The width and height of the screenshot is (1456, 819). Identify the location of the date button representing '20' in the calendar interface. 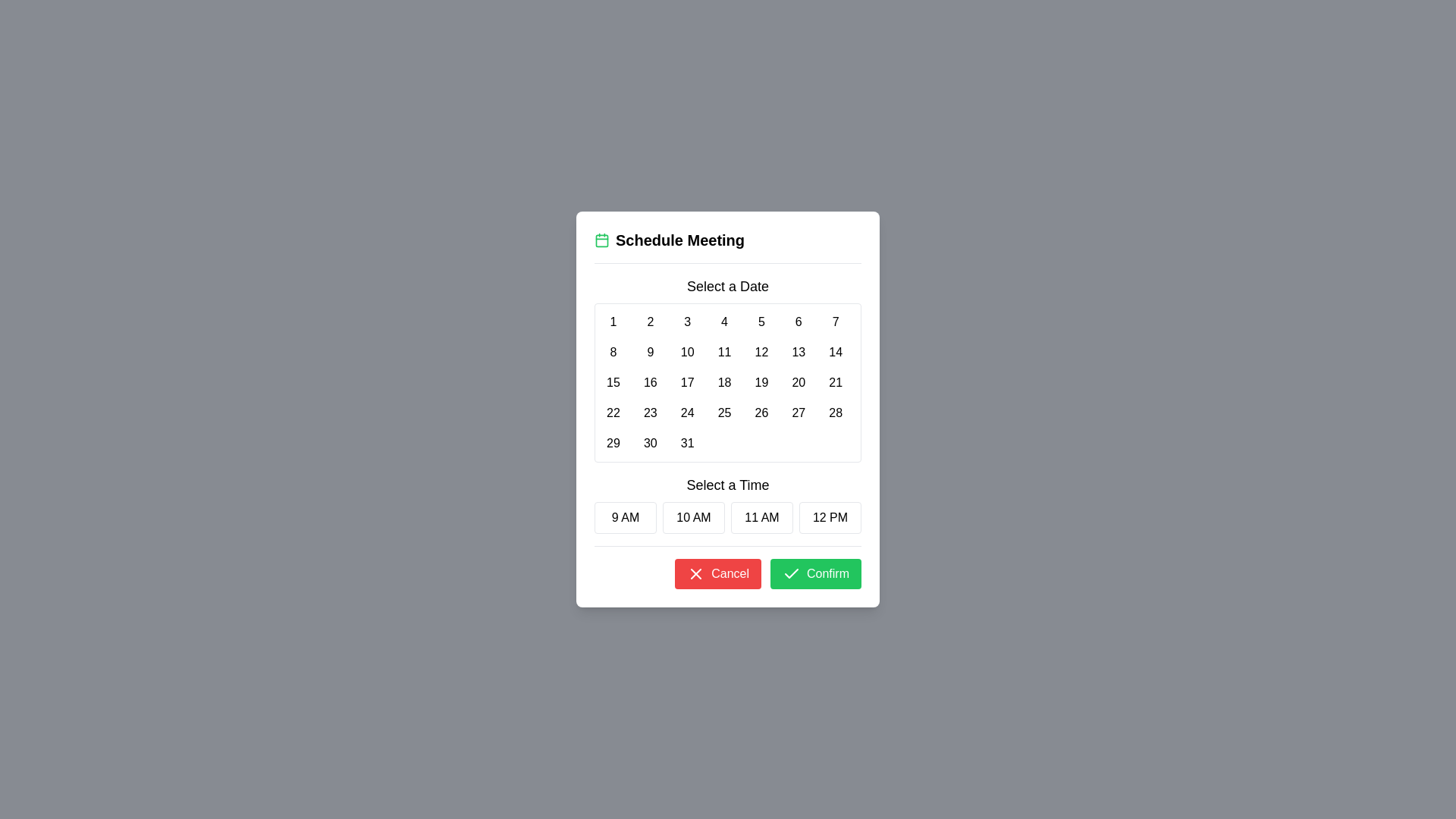
(798, 382).